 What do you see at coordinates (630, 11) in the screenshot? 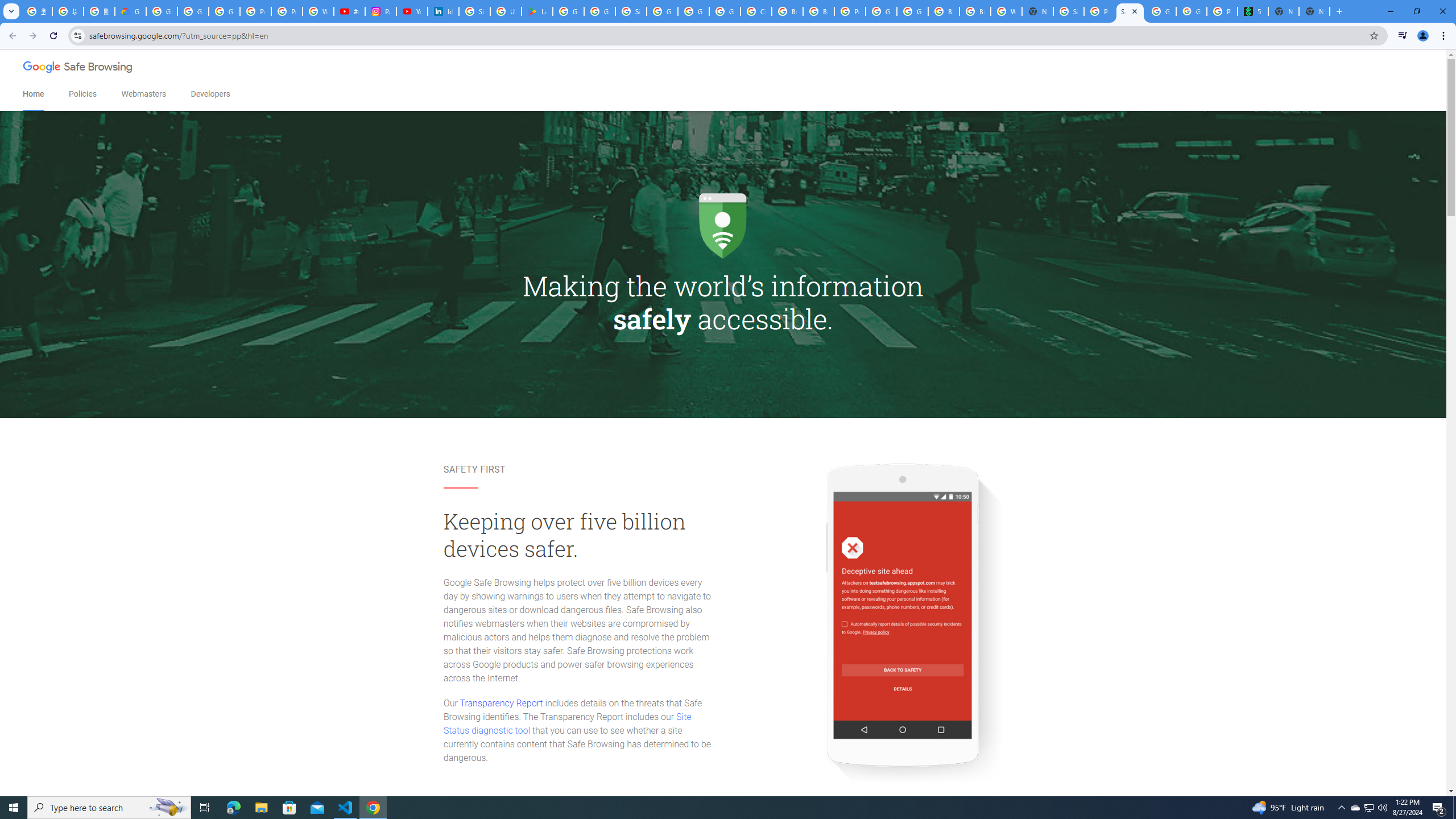
I see `'Sign in - Google Accounts'` at bounding box center [630, 11].